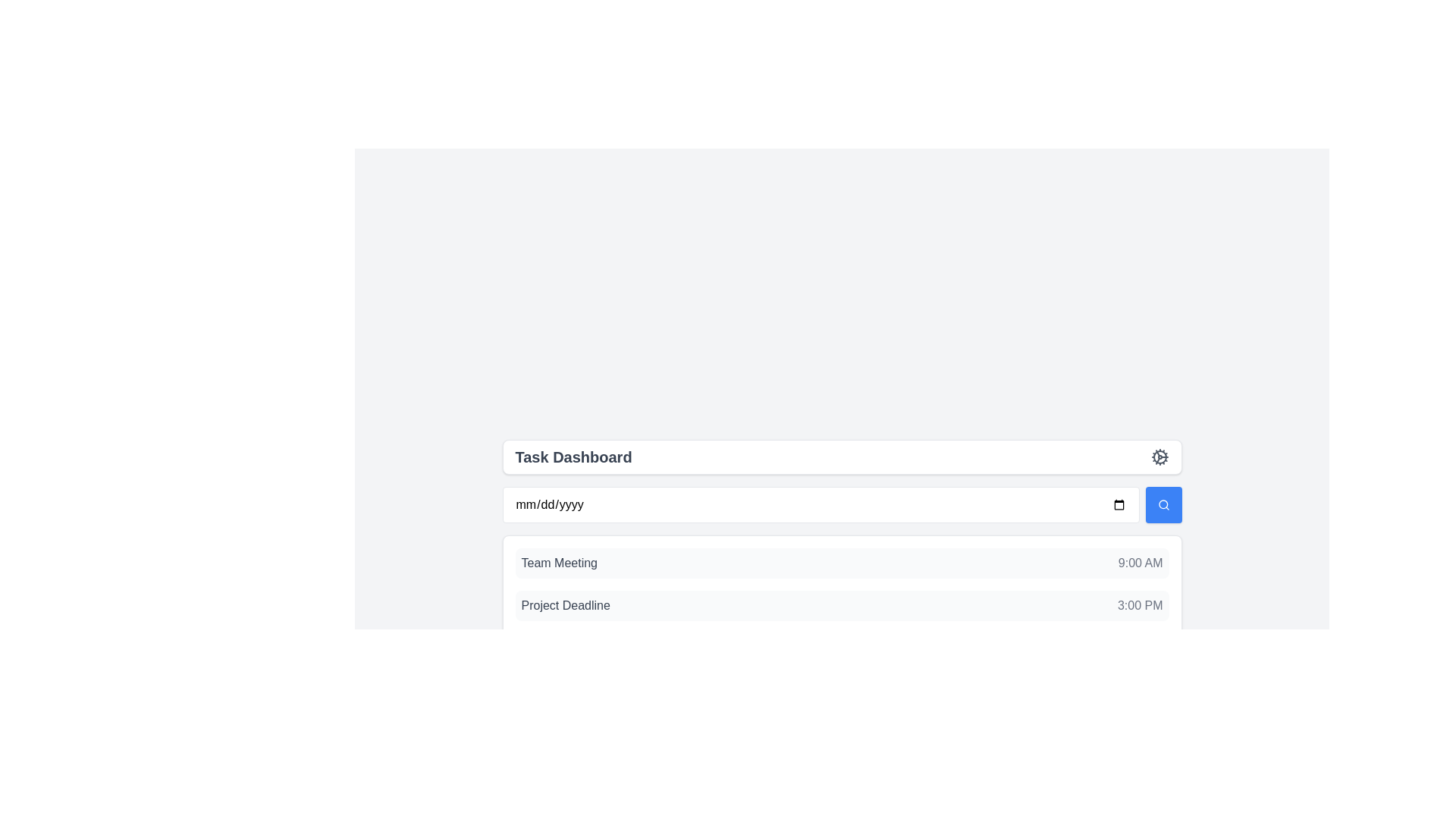  I want to click on the magnifying glass icon, which has a rounded light blue background and white border, so click(1163, 505).